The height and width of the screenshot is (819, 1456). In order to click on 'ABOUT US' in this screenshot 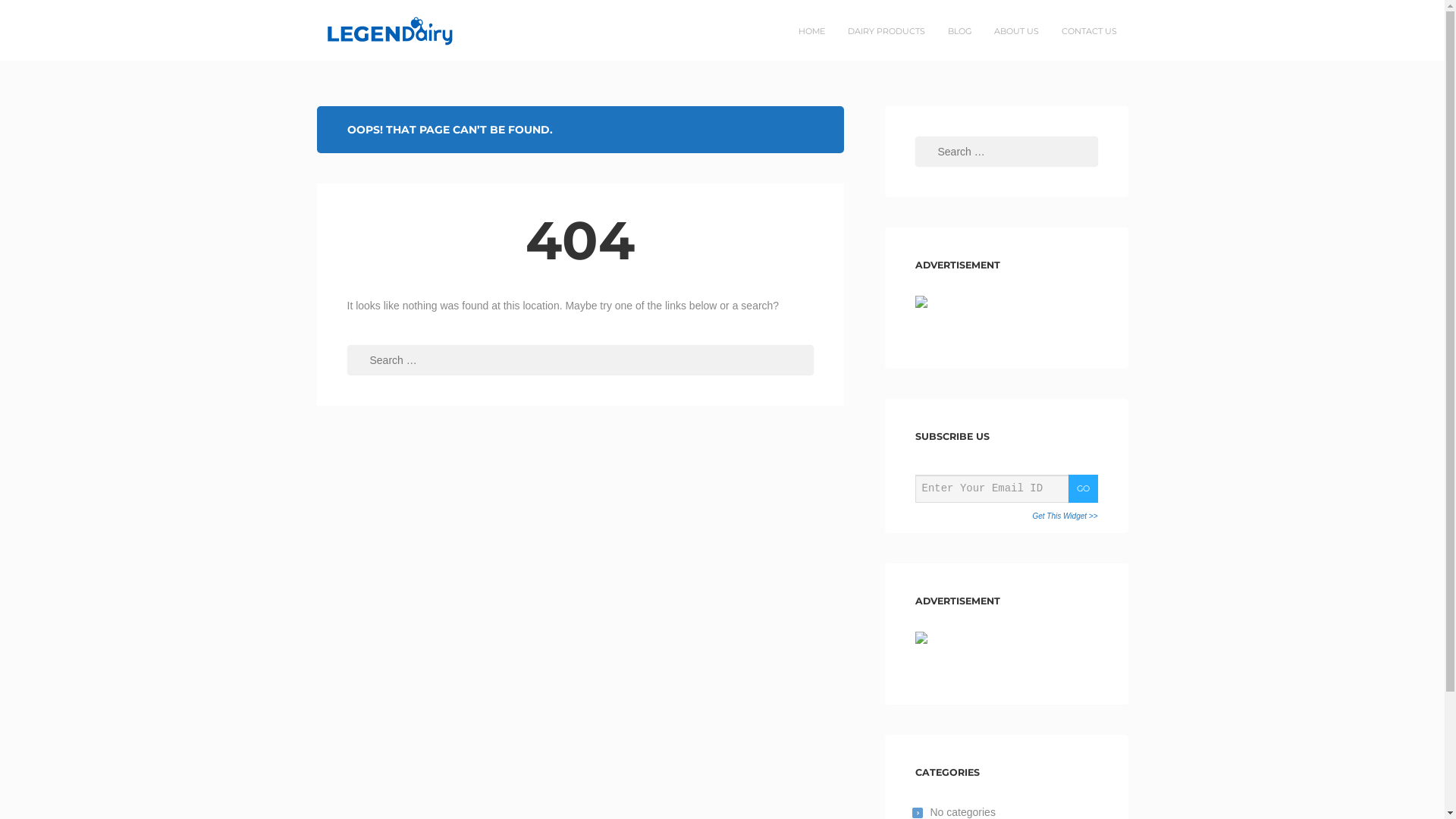, I will do `click(1016, 31)`.